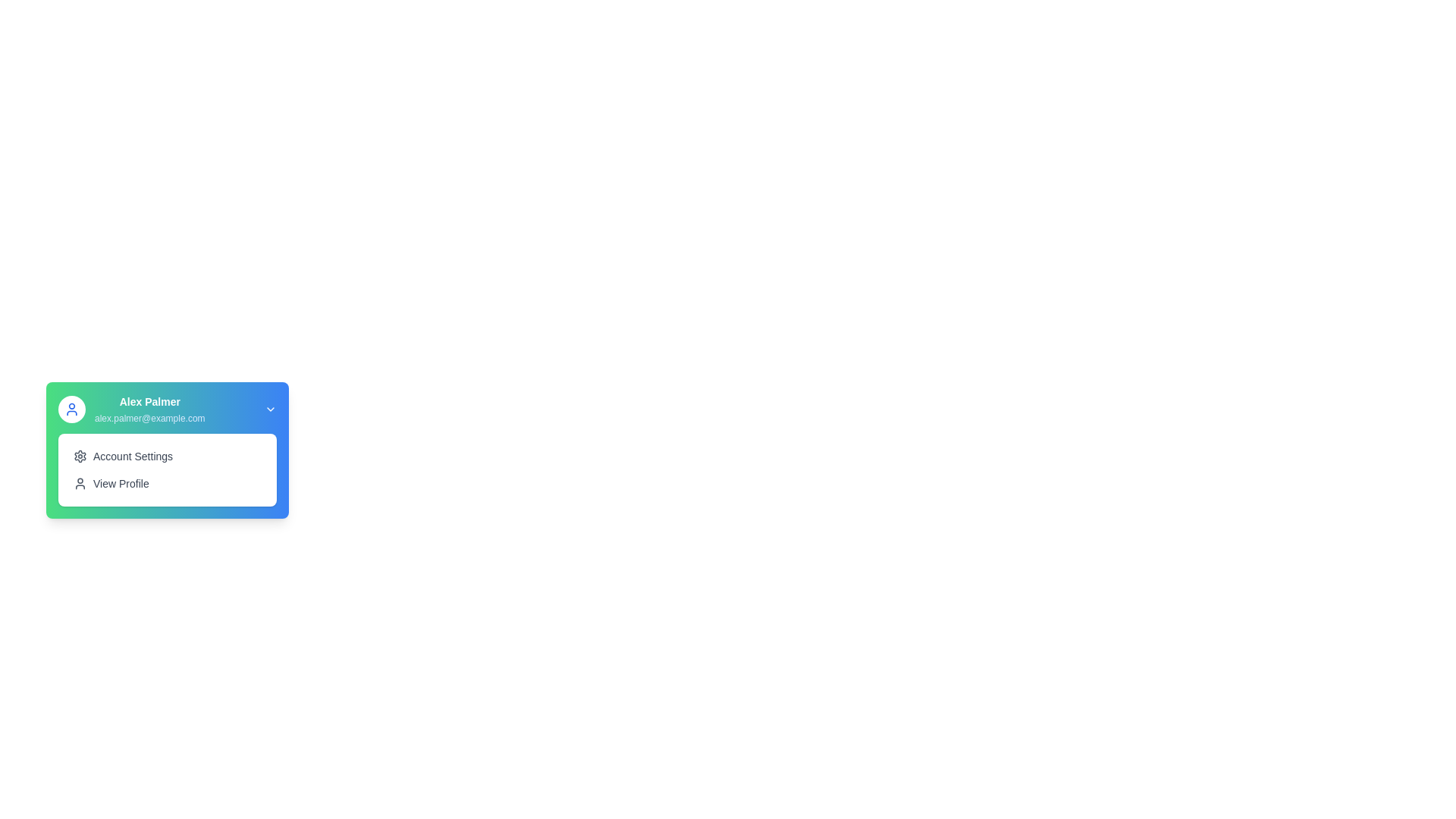 The image size is (1456, 819). I want to click on the email text label displaying 'alex.palmer@example.com' located below the name 'Alex Palmer' in the profile card, so click(149, 418).